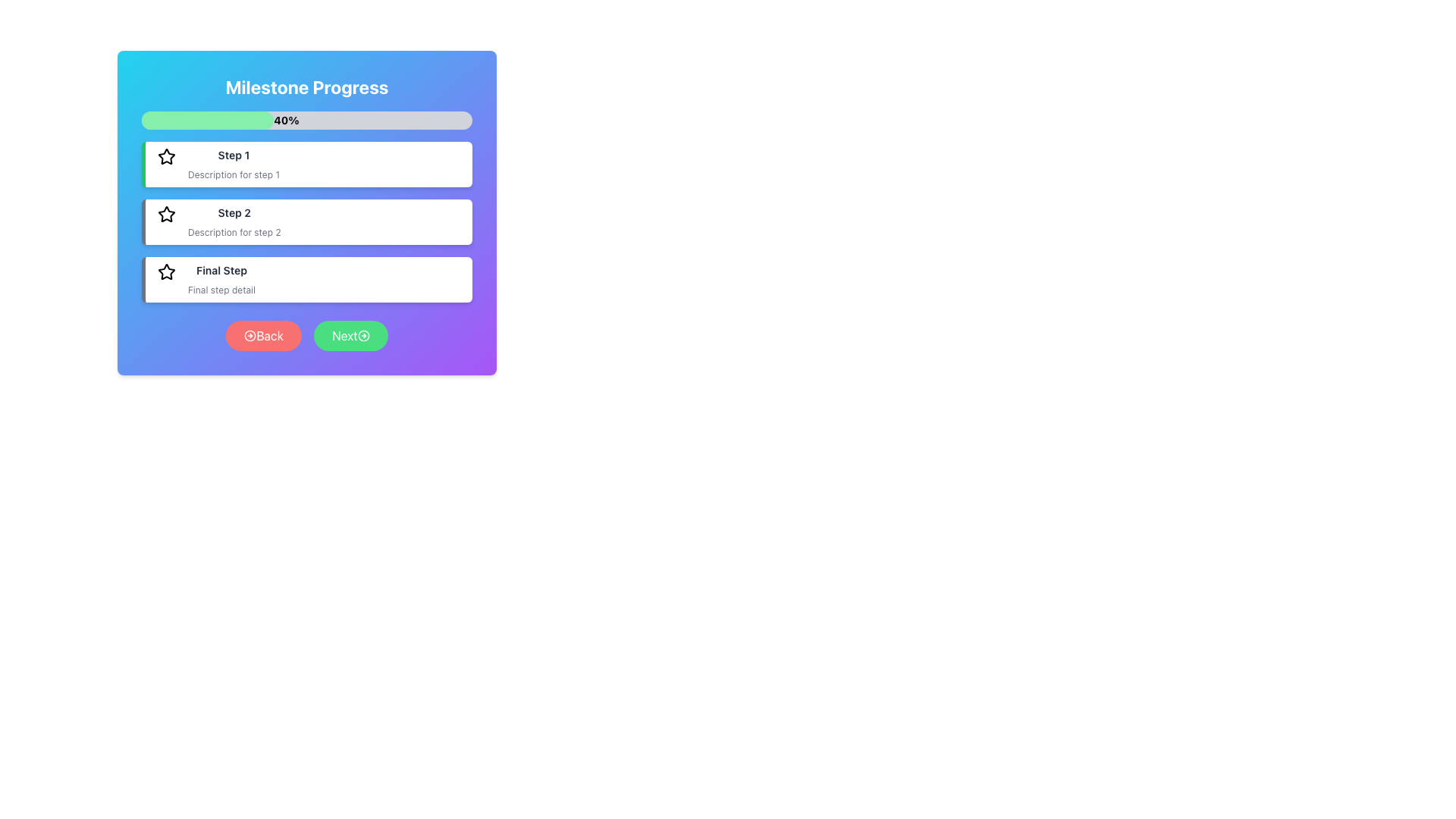 The image size is (1456, 819). Describe the element at coordinates (233, 155) in the screenshot. I see `the step label text that displays the current step title, located adjacent to a star icon in the first section of a vertical list of steps` at that location.